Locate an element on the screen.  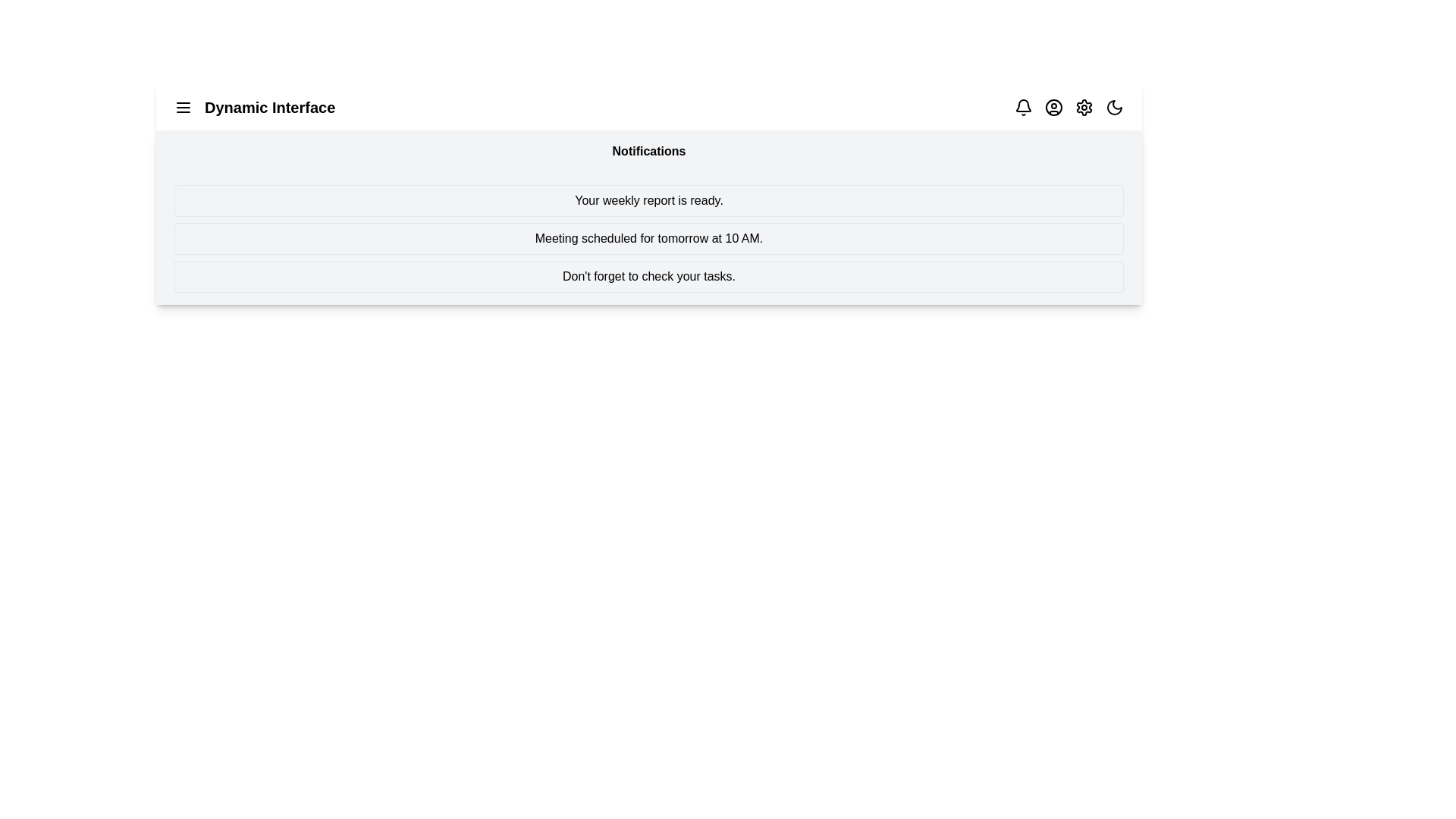
the user profile icon to open the user profile settings is located at coordinates (1053, 107).